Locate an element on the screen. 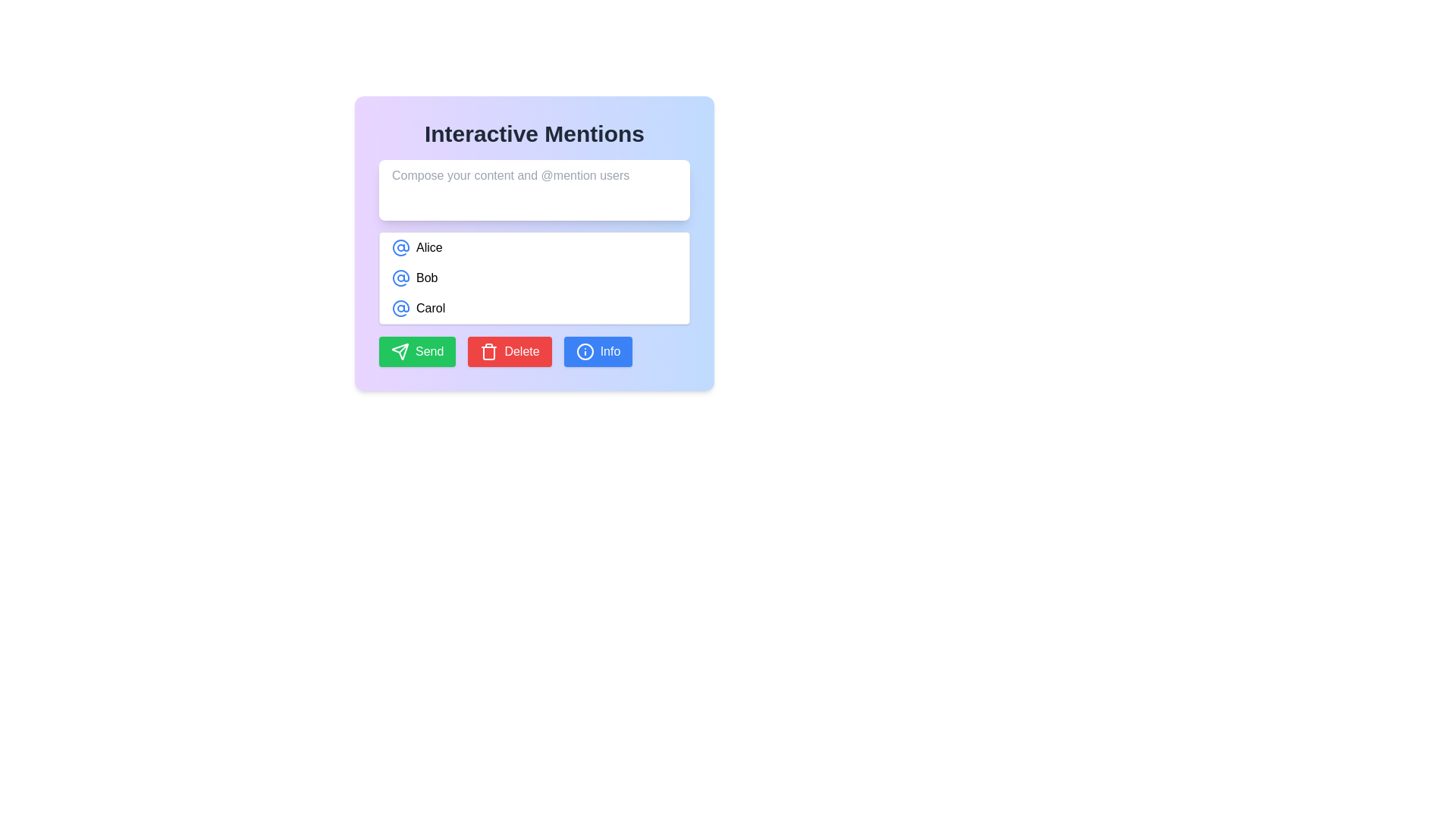 This screenshot has height=819, width=1456. the circular blue 'info' icon located inside the 'Info' button at the bottom right corner of the UI, which has a white outline and a small white dot at its center is located at coordinates (584, 351).